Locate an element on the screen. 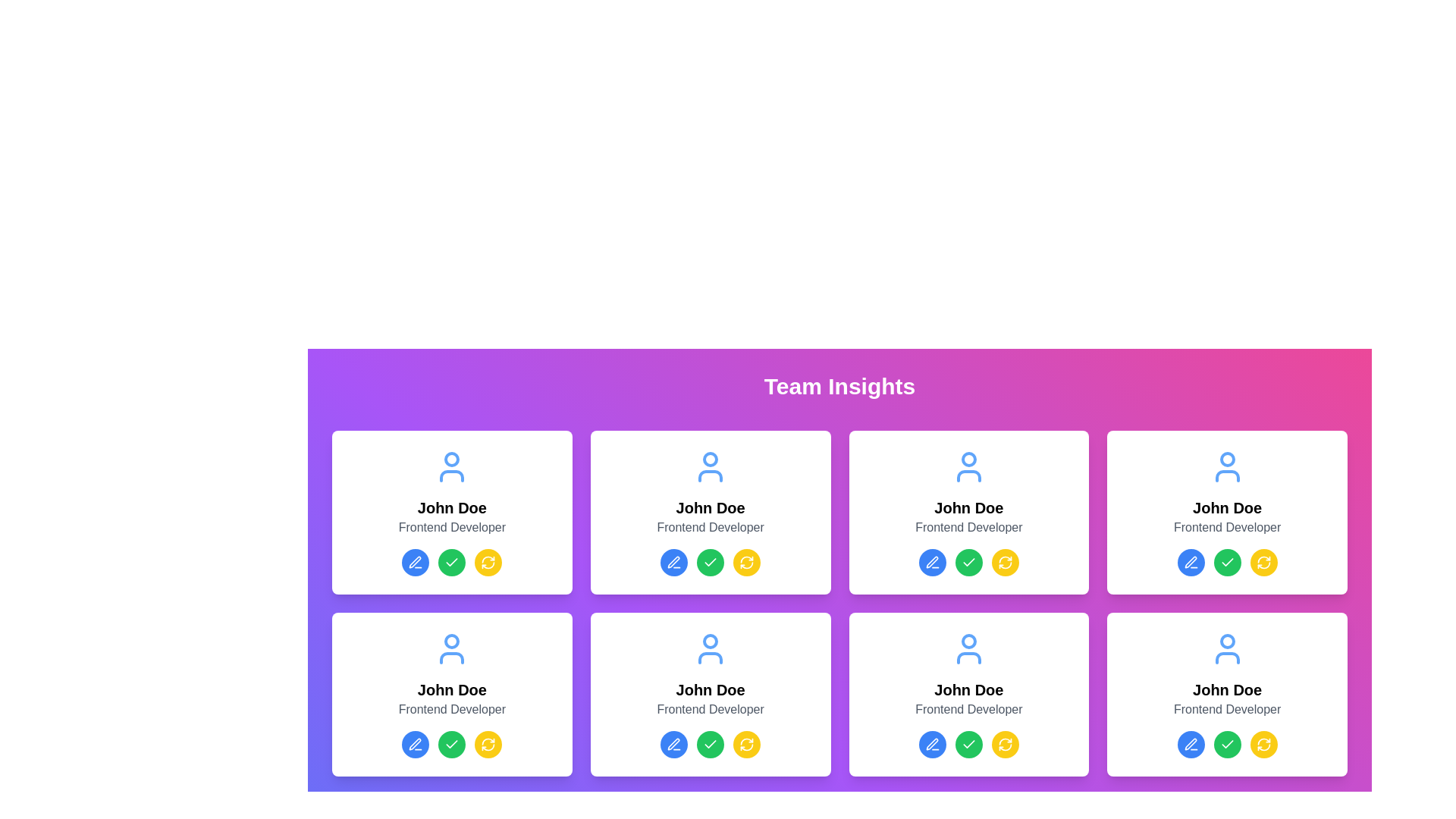 The height and width of the screenshot is (819, 1456). the third button in the horizontal group of action buttons at the bottom-right of the card is located at coordinates (1005, 744).